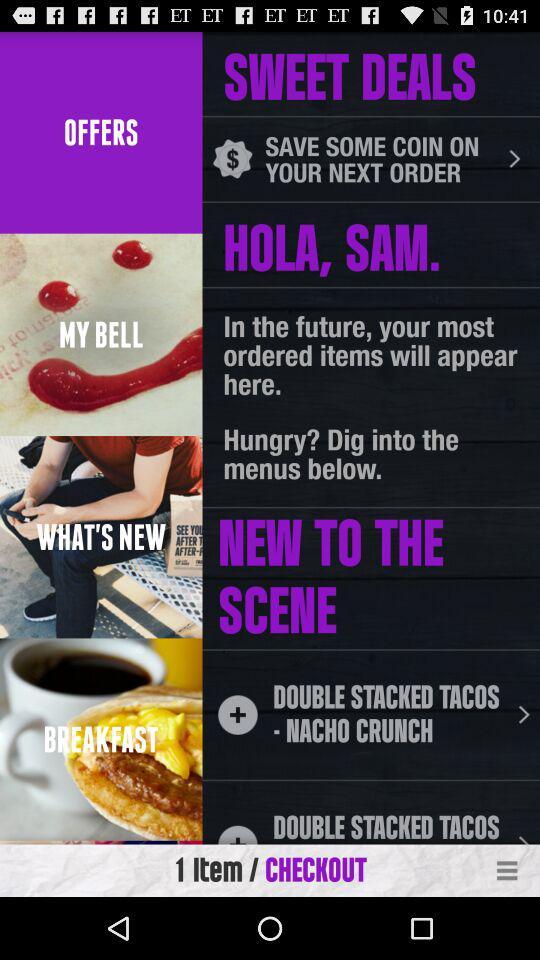 The height and width of the screenshot is (960, 540). What do you see at coordinates (524, 715) in the screenshot?
I see `the icon right to the word  tacos` at bounding box center [524, 715].